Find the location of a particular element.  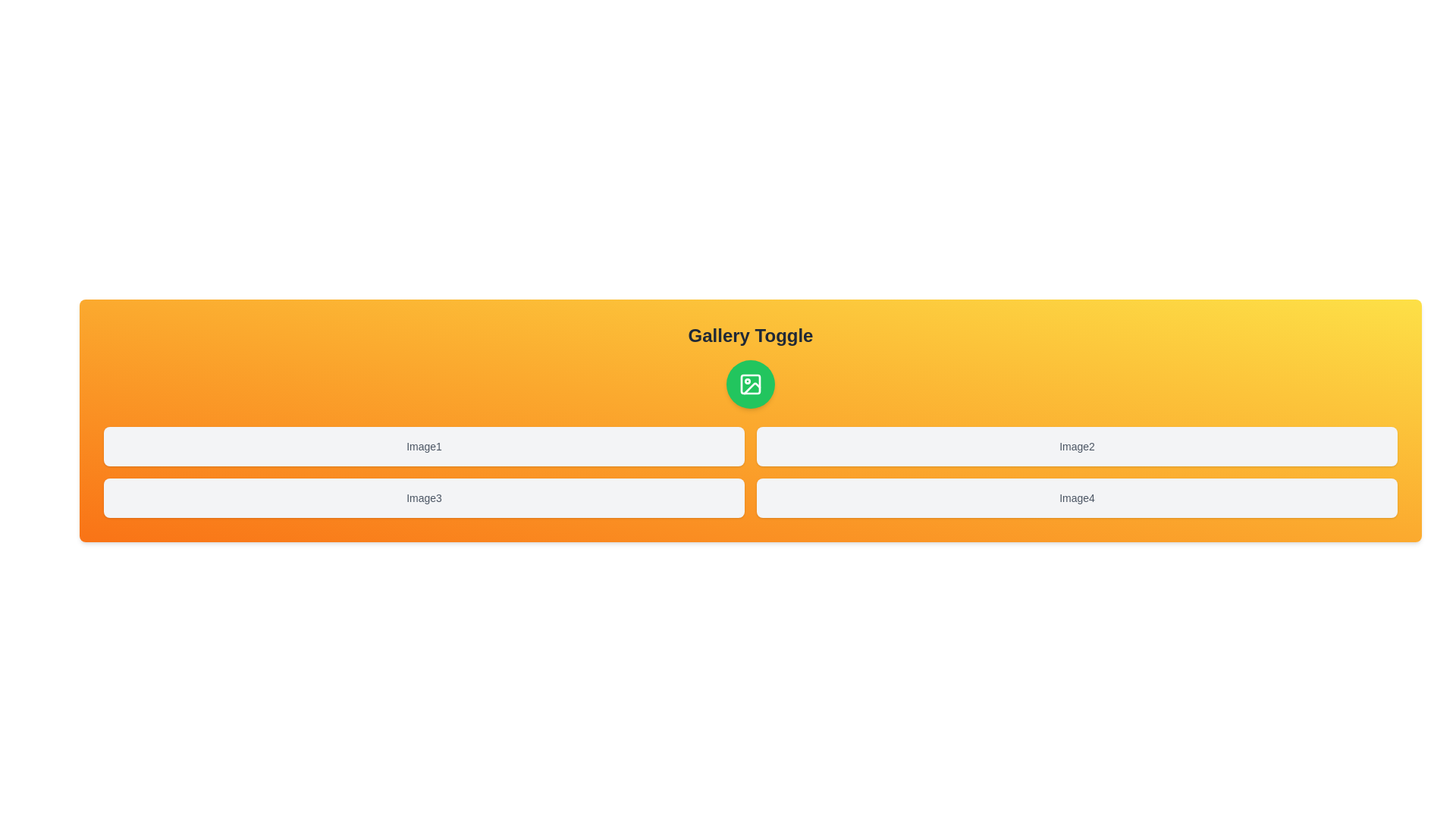

the image box labeled Image3 is located at coordinates (424, 497).